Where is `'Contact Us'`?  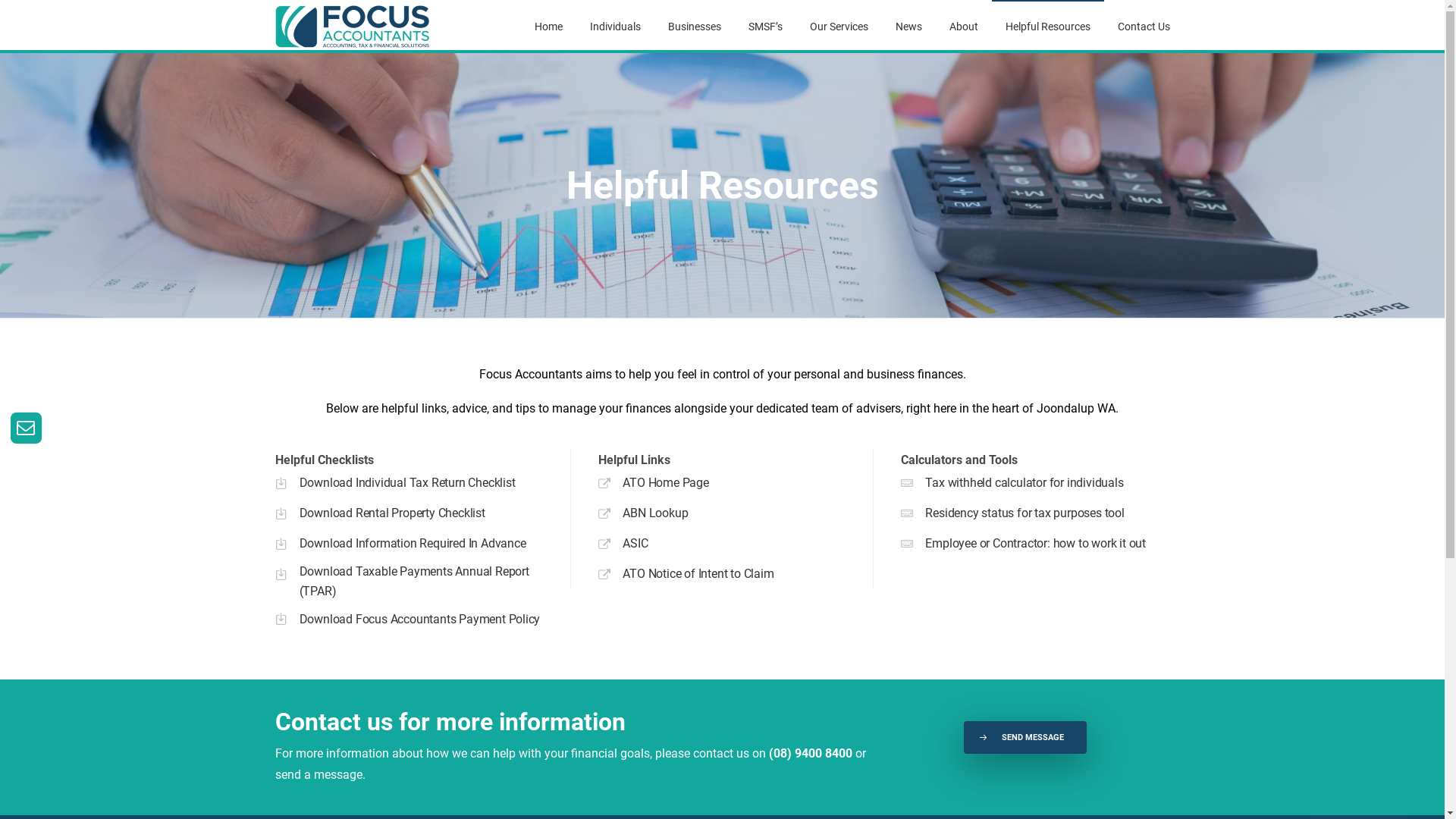 'Contact Us' is located at coordinates (1144, 26).